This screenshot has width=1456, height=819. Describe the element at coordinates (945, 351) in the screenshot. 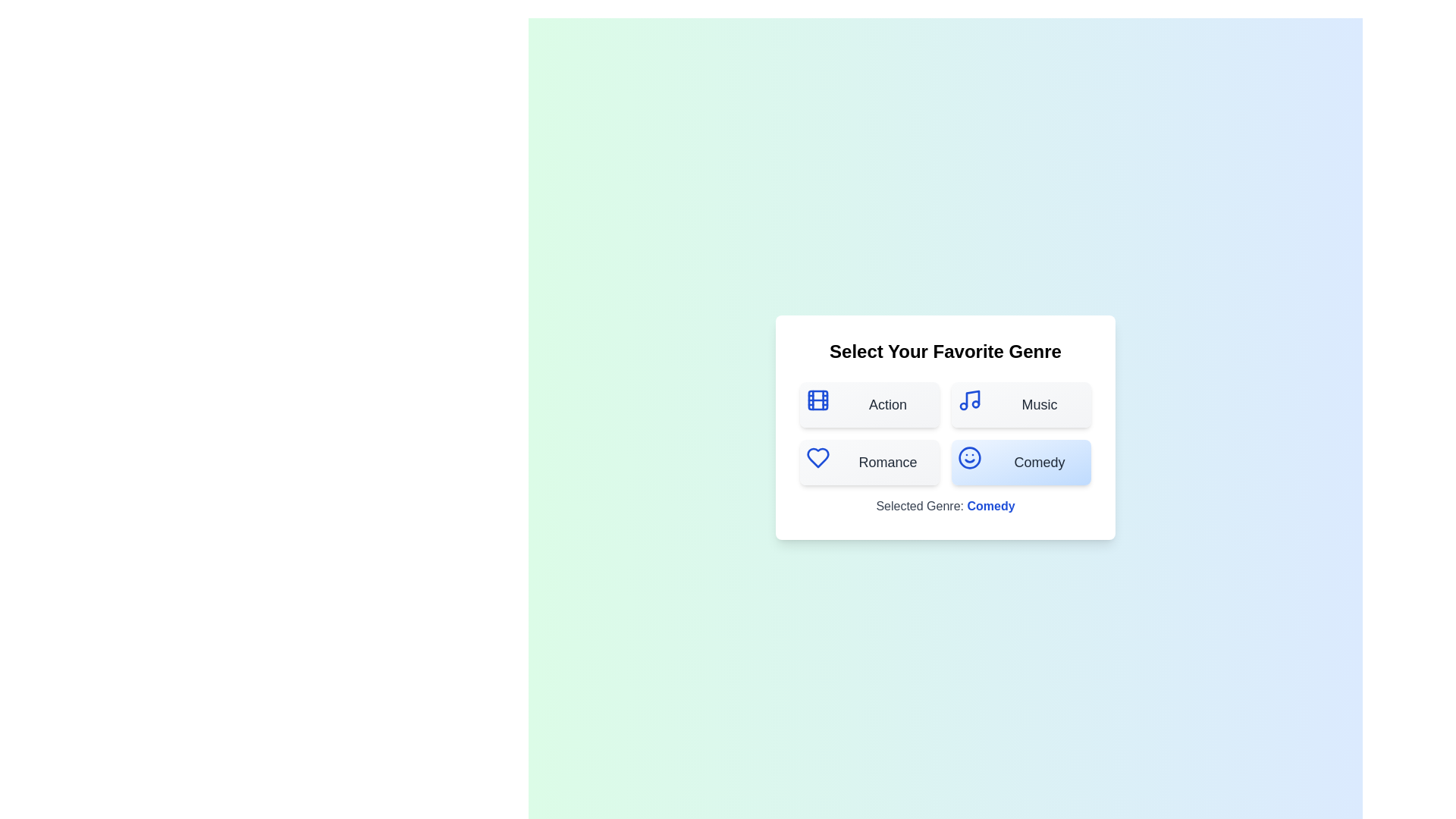

I see `the title text element that prompts the user to select a genre, located at the top of the dialog box layout` at that location.